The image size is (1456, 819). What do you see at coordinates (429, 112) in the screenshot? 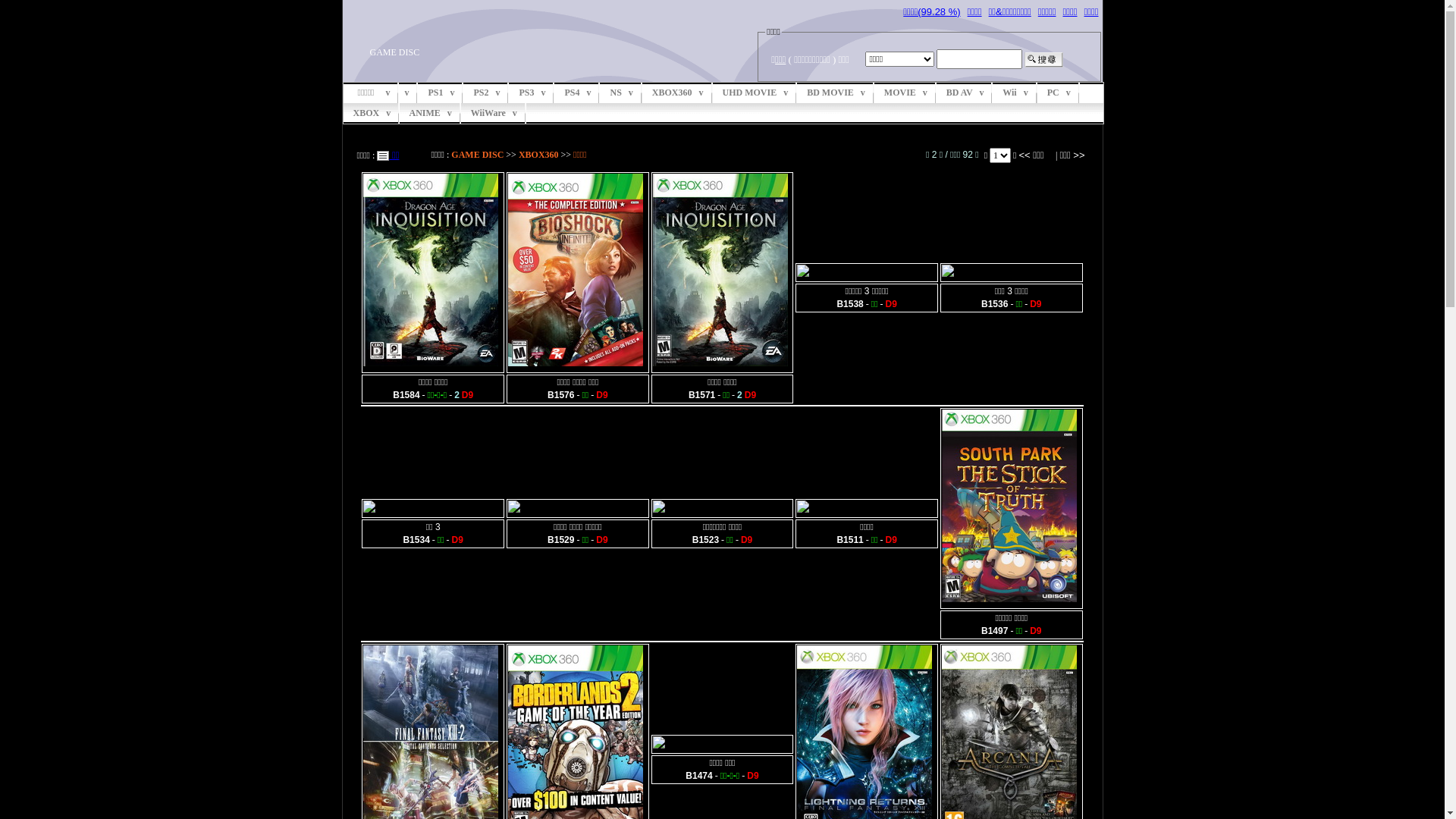
I see `'  ANIME  '` at bounding box center [429, 112].